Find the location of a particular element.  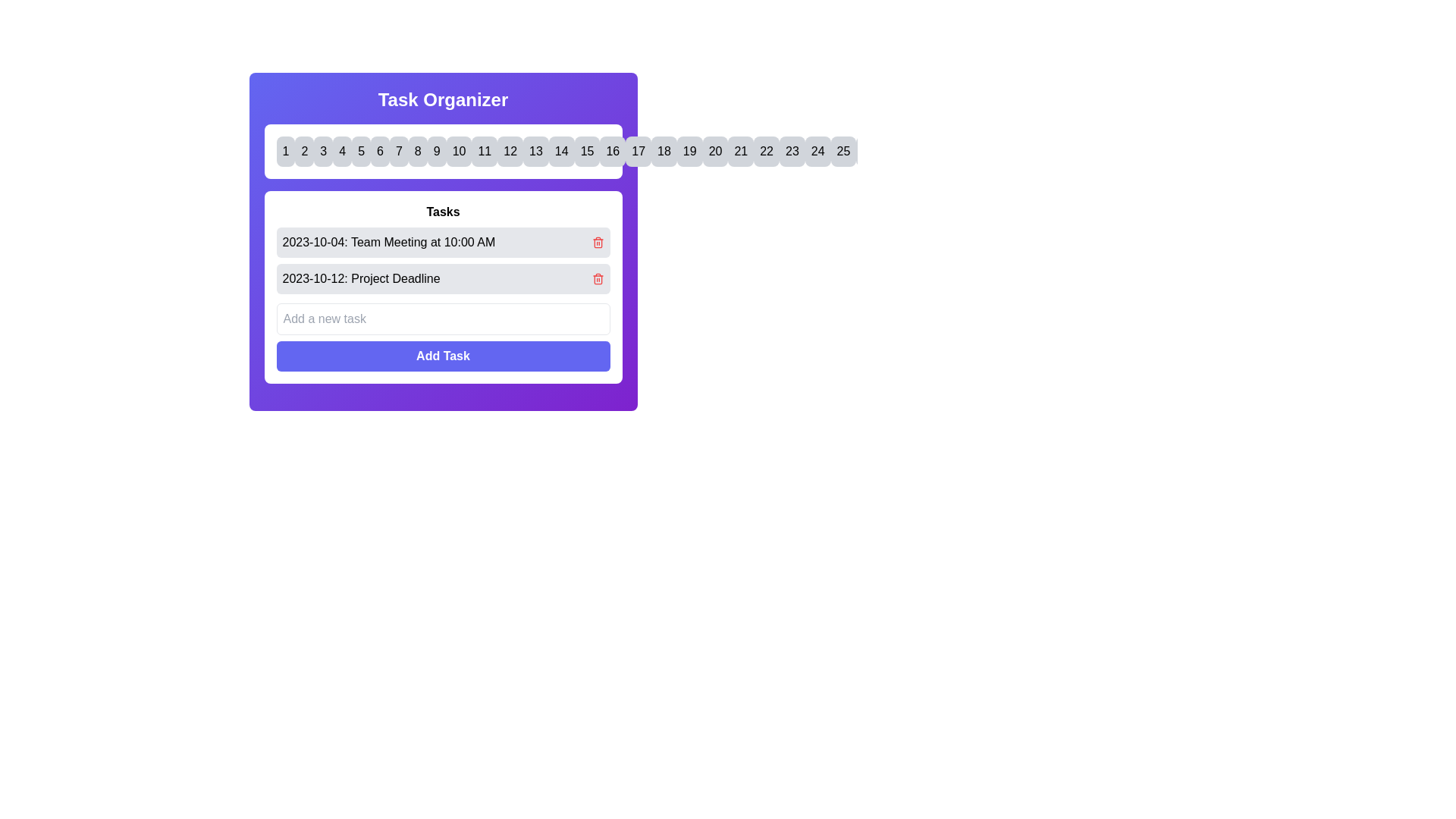

the light-gray rounded rectangle button displaying the number '1', which is the first item in a horizontal list at the top of the interface is located at coordinates (285, 152).